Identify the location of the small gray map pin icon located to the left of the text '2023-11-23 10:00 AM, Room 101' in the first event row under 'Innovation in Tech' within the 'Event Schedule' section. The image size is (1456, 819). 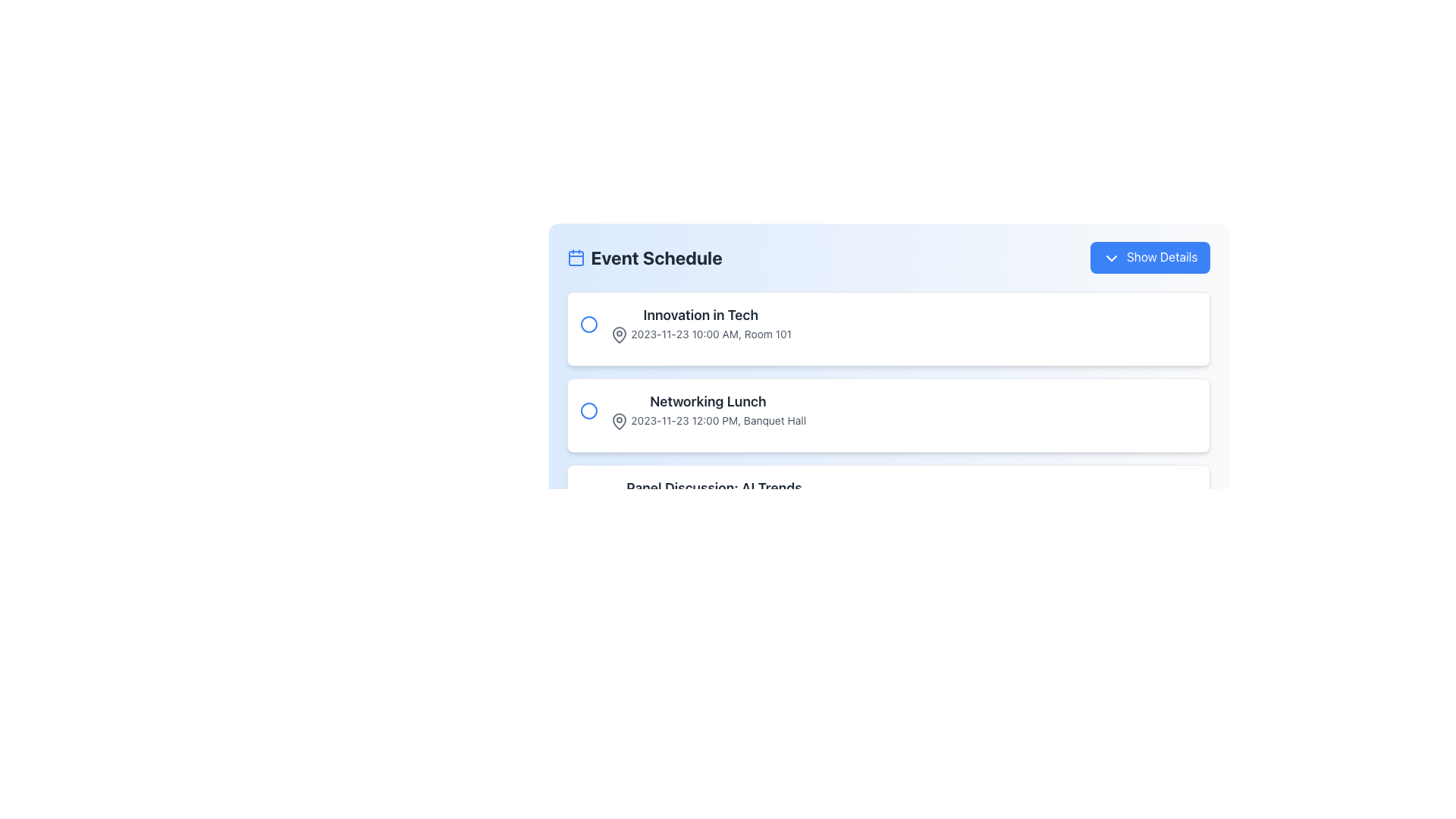
(619, 334).